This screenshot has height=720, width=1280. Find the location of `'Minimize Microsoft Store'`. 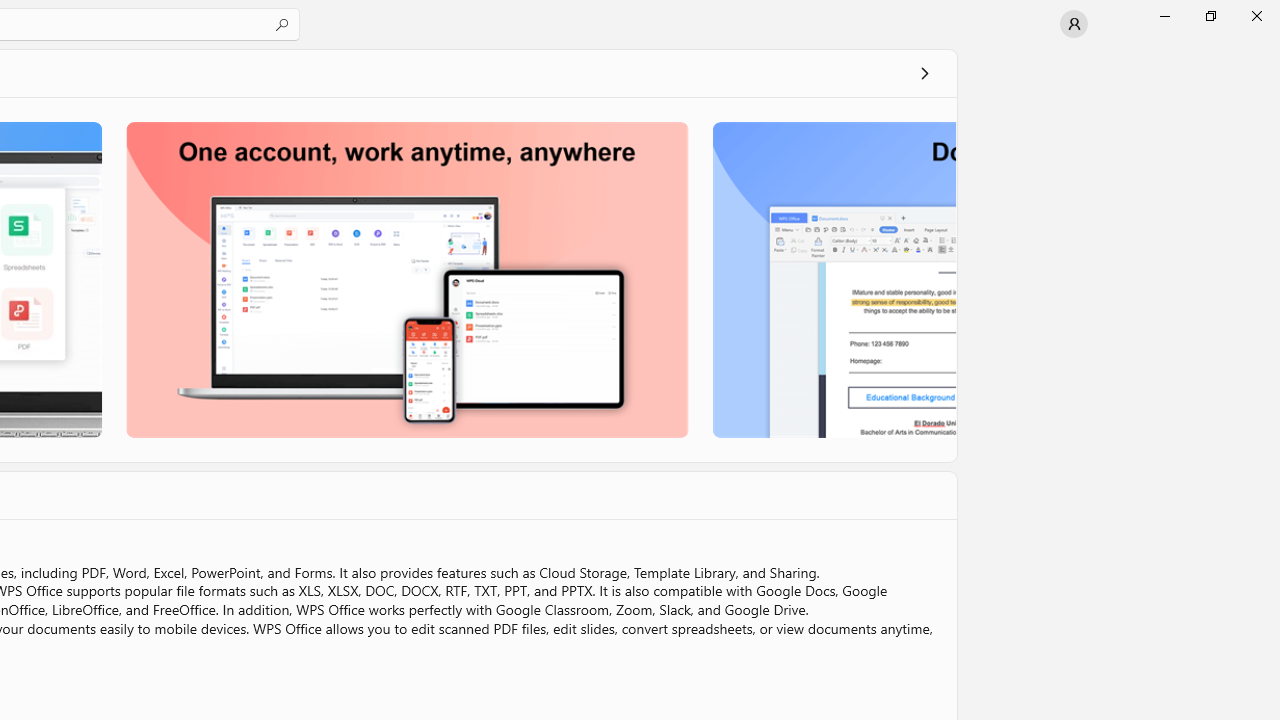

'Minimize Microsoft Store' is located at coordinates (1164, 15).